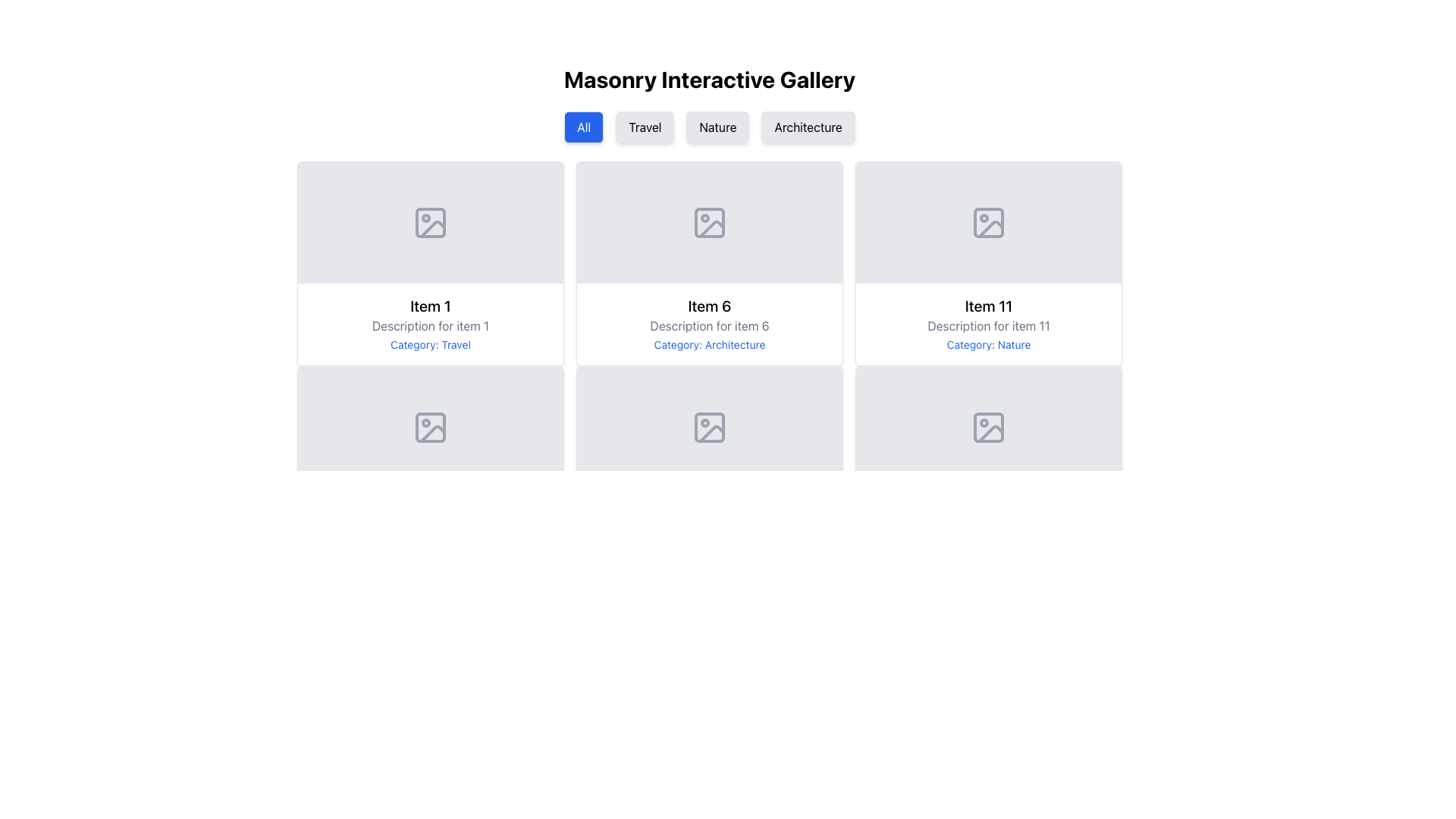 The width and height of the screenshot is (1456, 819). Describe the element at coordinates (429, 222) in the screenshot. I see `the icon` at that location.